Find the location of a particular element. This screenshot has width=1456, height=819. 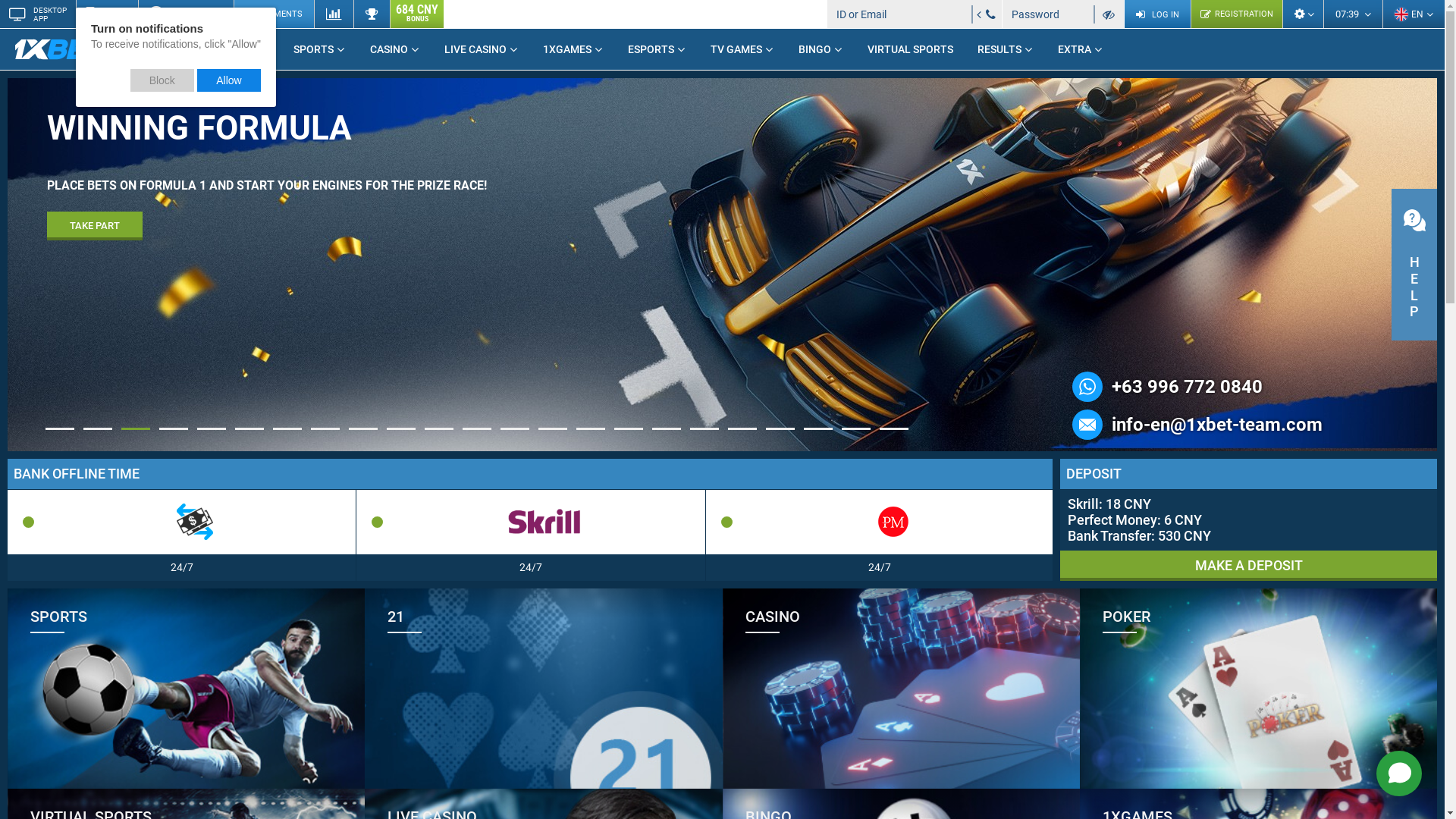

'ESPORTS' is located at coordinates (657, 49).